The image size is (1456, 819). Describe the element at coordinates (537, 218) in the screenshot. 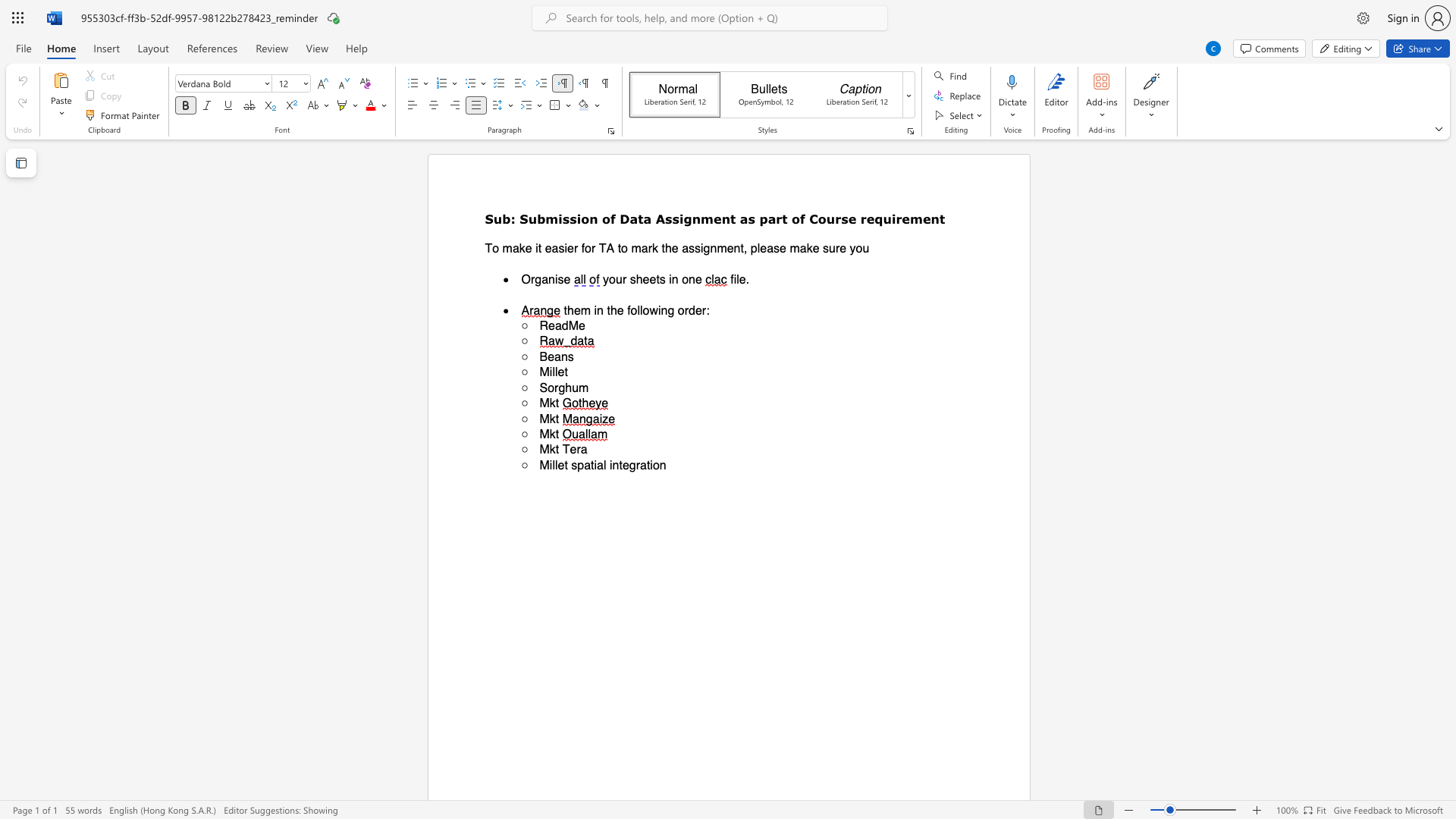

I see `the subset text "bmiss" within the text "Sub: Submission of"` at that location.